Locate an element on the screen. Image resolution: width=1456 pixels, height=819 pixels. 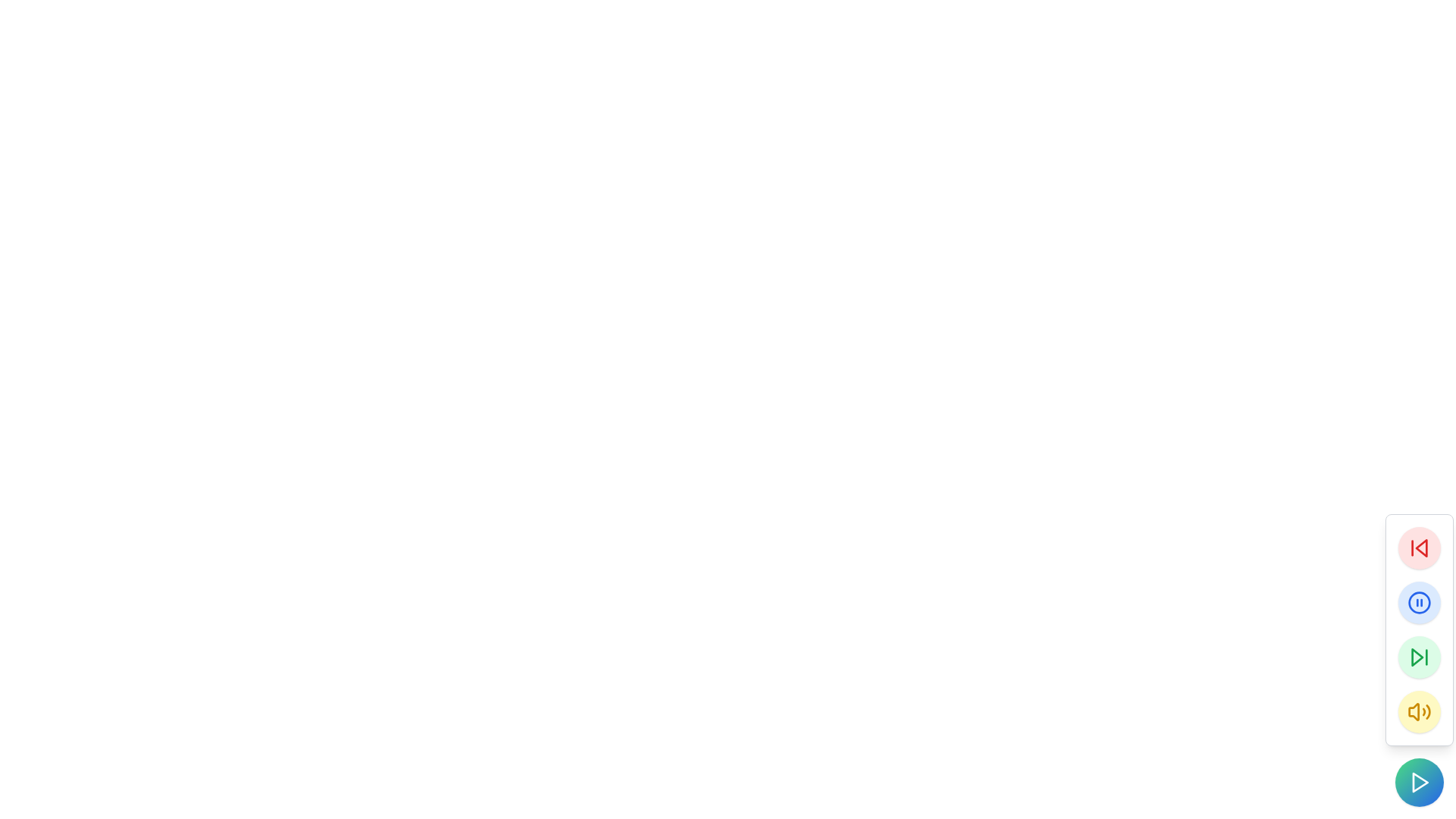
the triangular-shaped icon within the circular button located in the fourth position from the top in a vertical stack to play is located at coordinates (1419, 783).